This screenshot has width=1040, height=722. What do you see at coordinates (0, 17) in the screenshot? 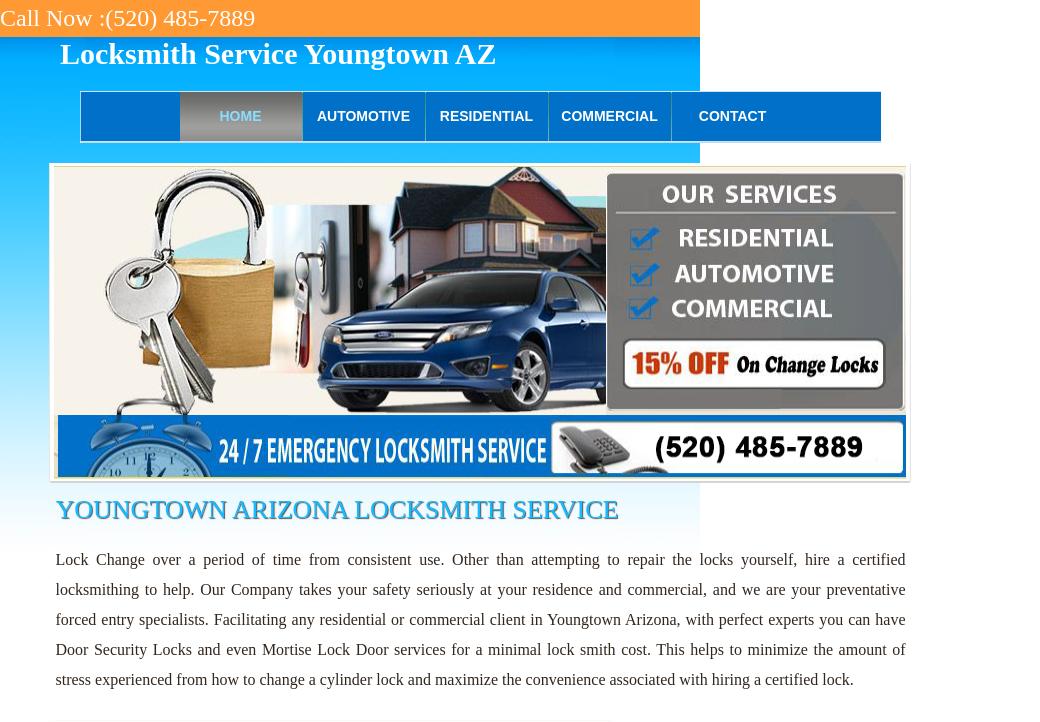
I see `'Call Now :(520) 485-7889'` at bounding box center [0, 17].